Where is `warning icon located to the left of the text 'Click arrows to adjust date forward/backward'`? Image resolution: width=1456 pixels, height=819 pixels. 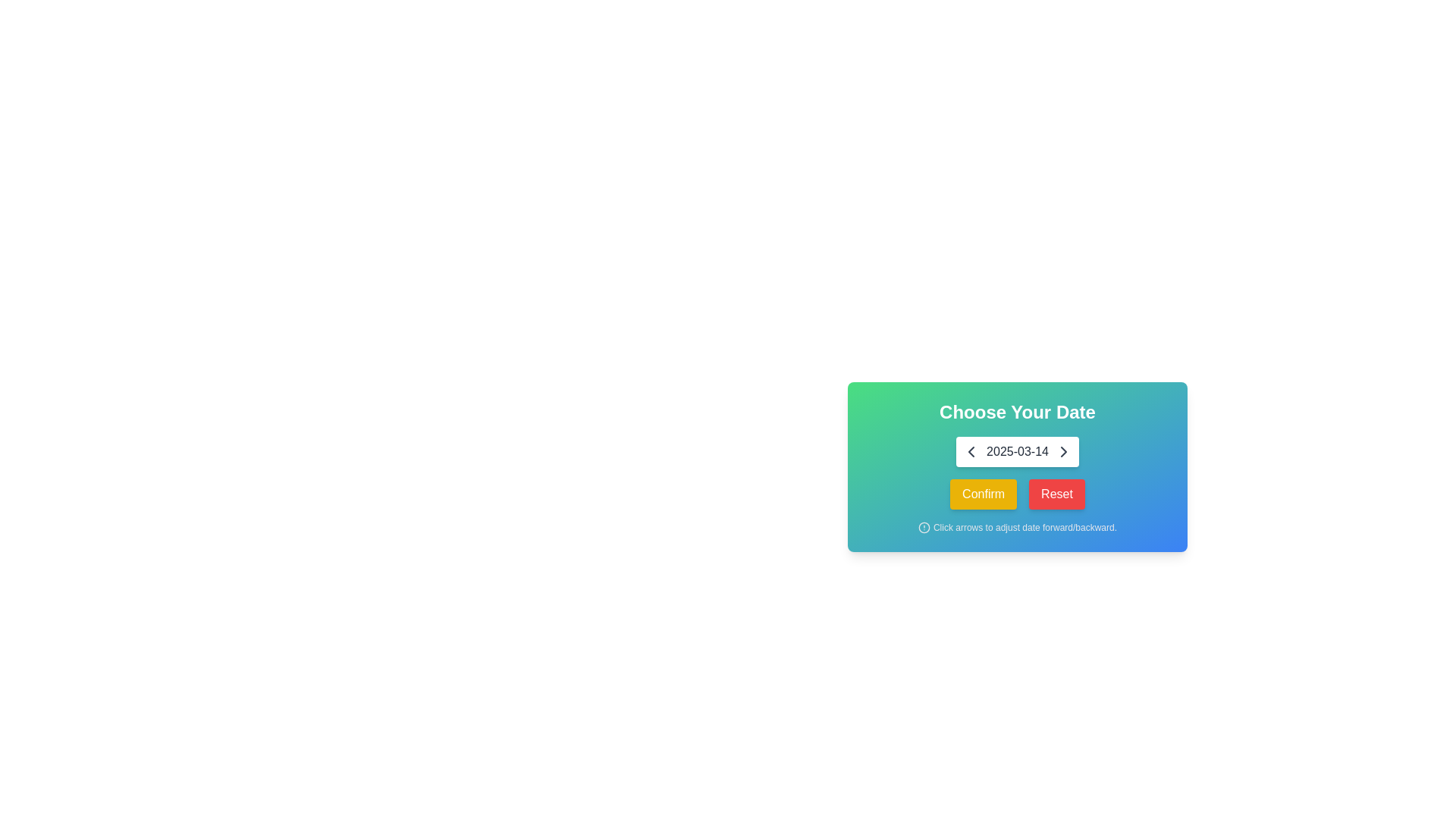
warning icon located to the left of the text 'Click arrows to adjust date forward/backward' is located at coordinates (924, 526).